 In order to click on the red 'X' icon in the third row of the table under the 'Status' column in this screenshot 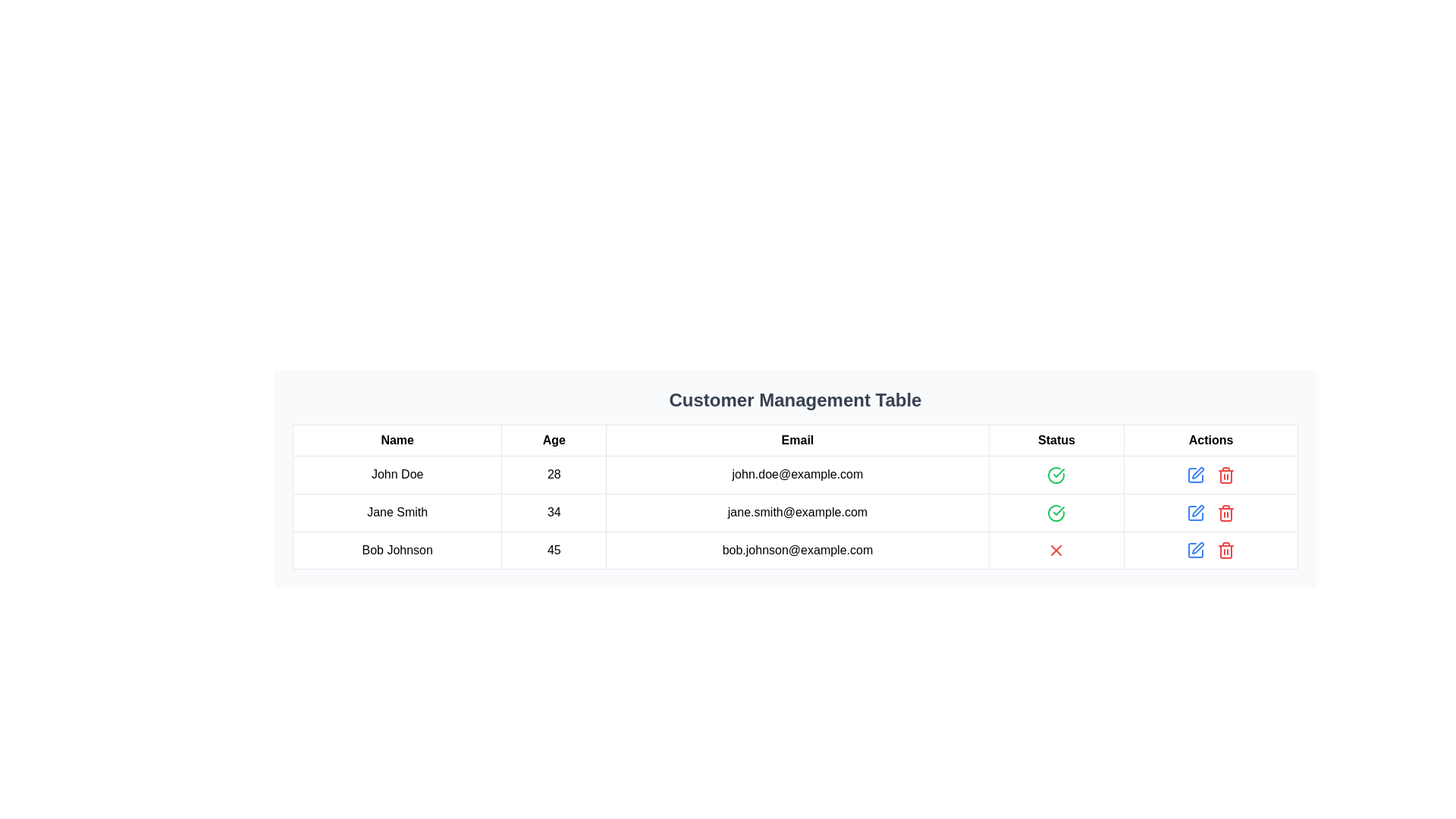, I will do `click(1056, 551)`.